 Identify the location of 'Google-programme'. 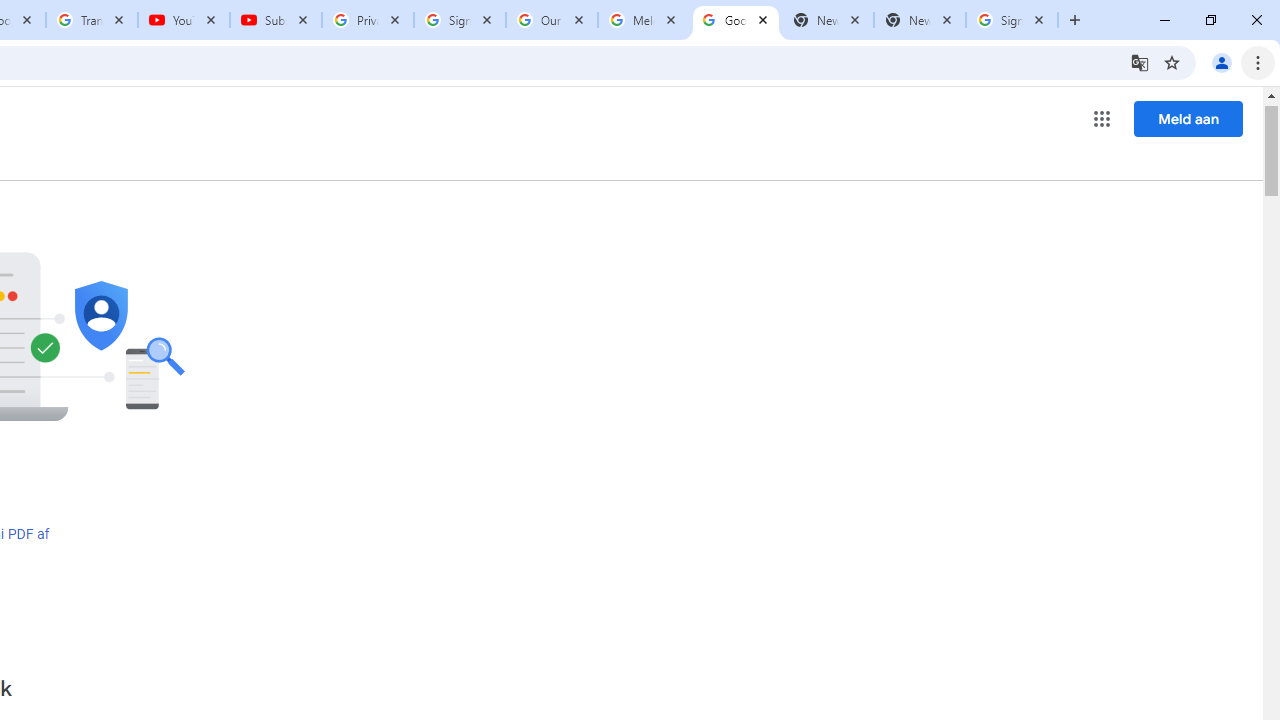
(1101, 119).